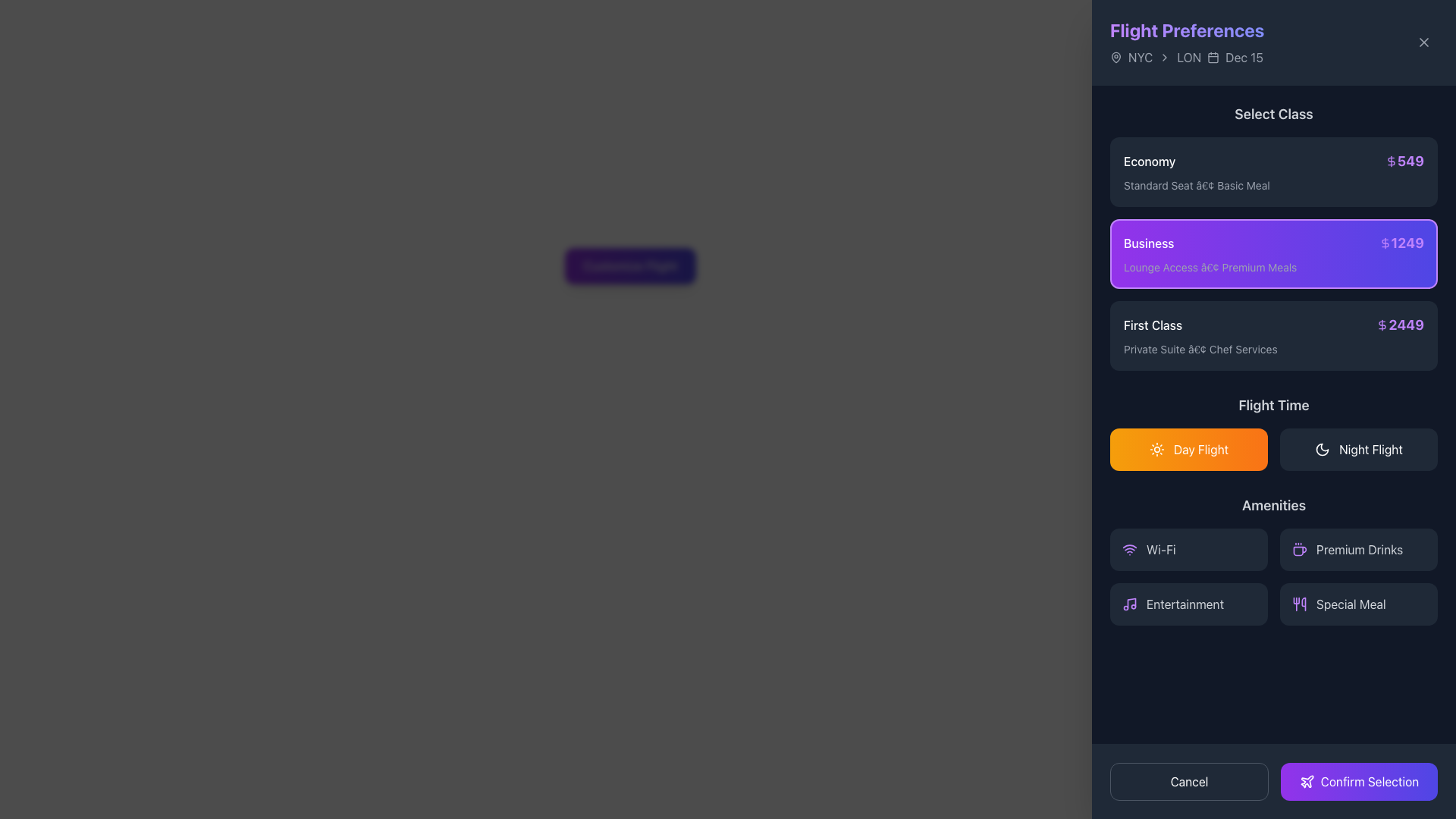  I want to click on the informational text label describing the benefits of the 'Business' travel class option, located in the 'Select Class' section of the 'Flight Preferences' interface, below the text 'Business' and the price '$1249', so click(1274, 267).